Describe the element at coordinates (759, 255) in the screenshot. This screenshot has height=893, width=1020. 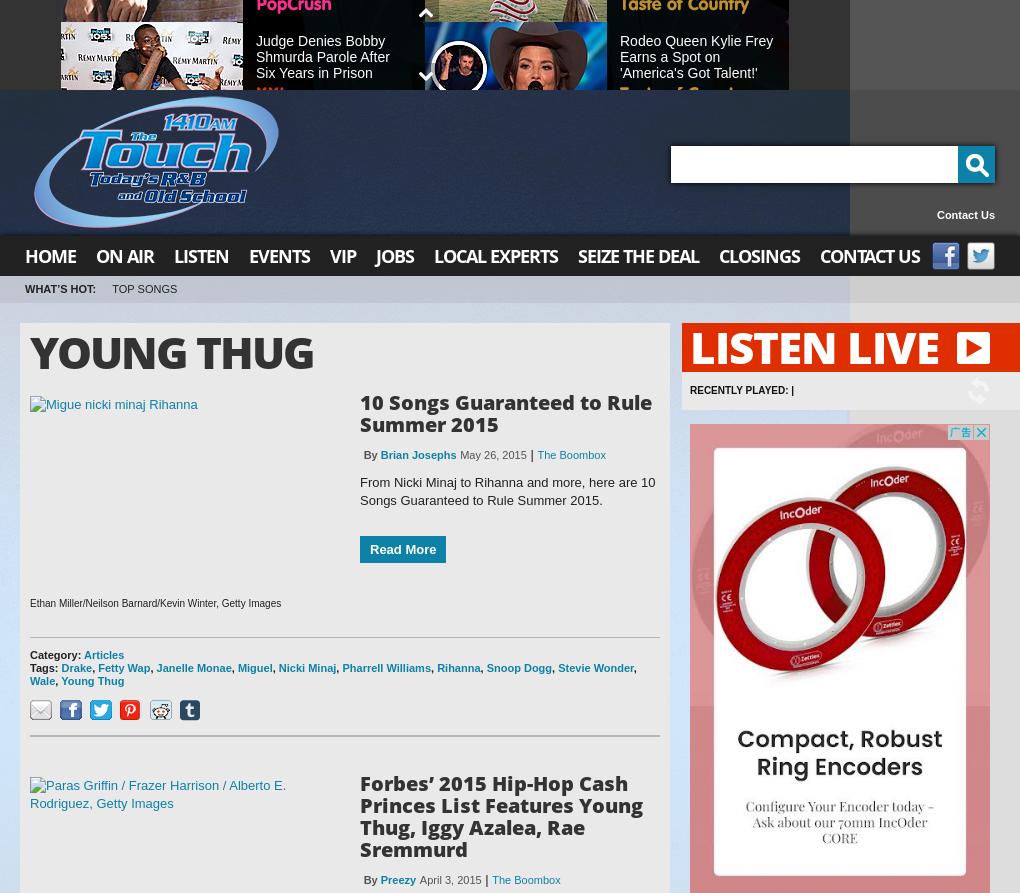
I see `'Closings'` at that location.